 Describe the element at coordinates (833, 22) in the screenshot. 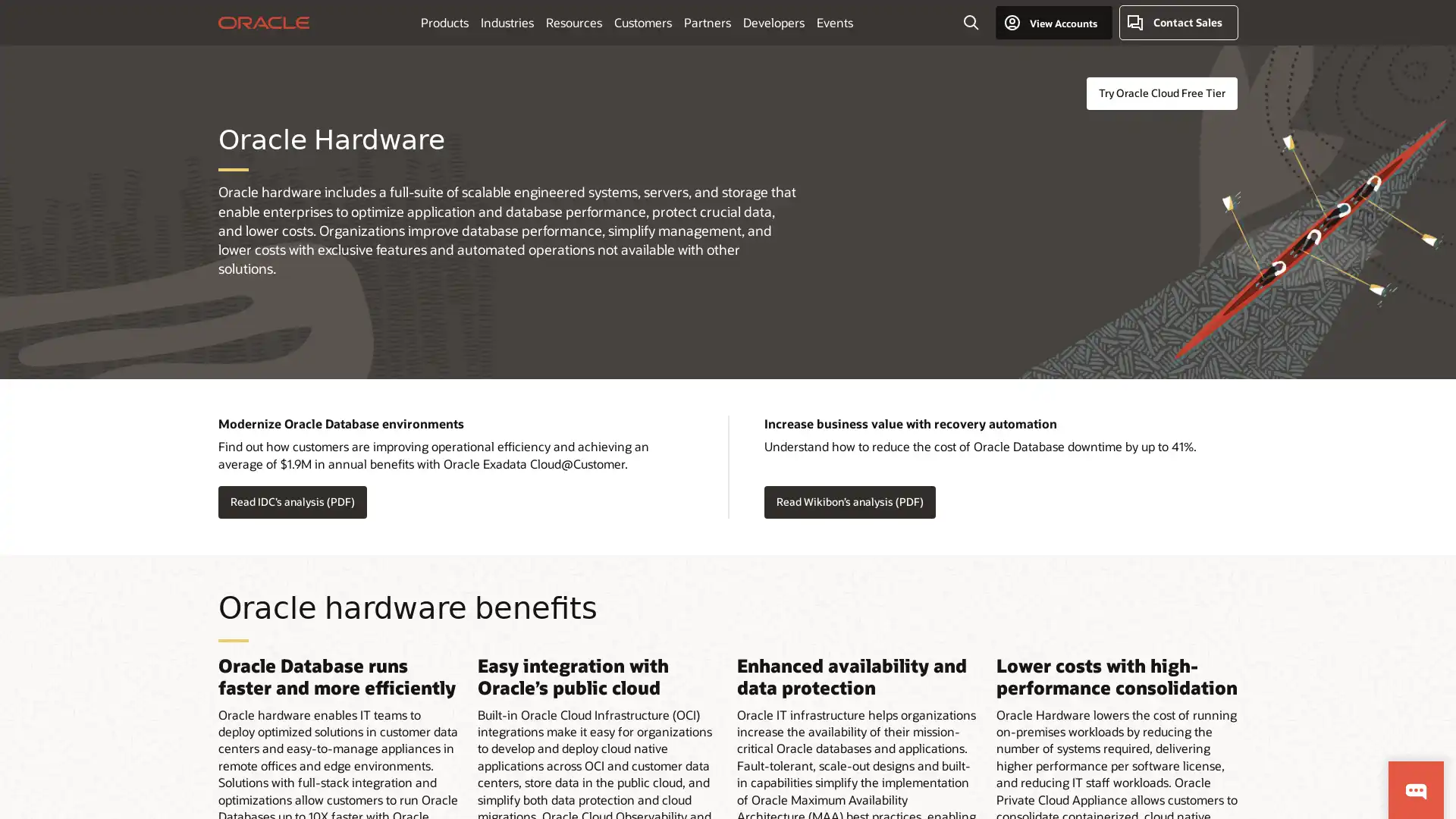

I see `Events` at that location.